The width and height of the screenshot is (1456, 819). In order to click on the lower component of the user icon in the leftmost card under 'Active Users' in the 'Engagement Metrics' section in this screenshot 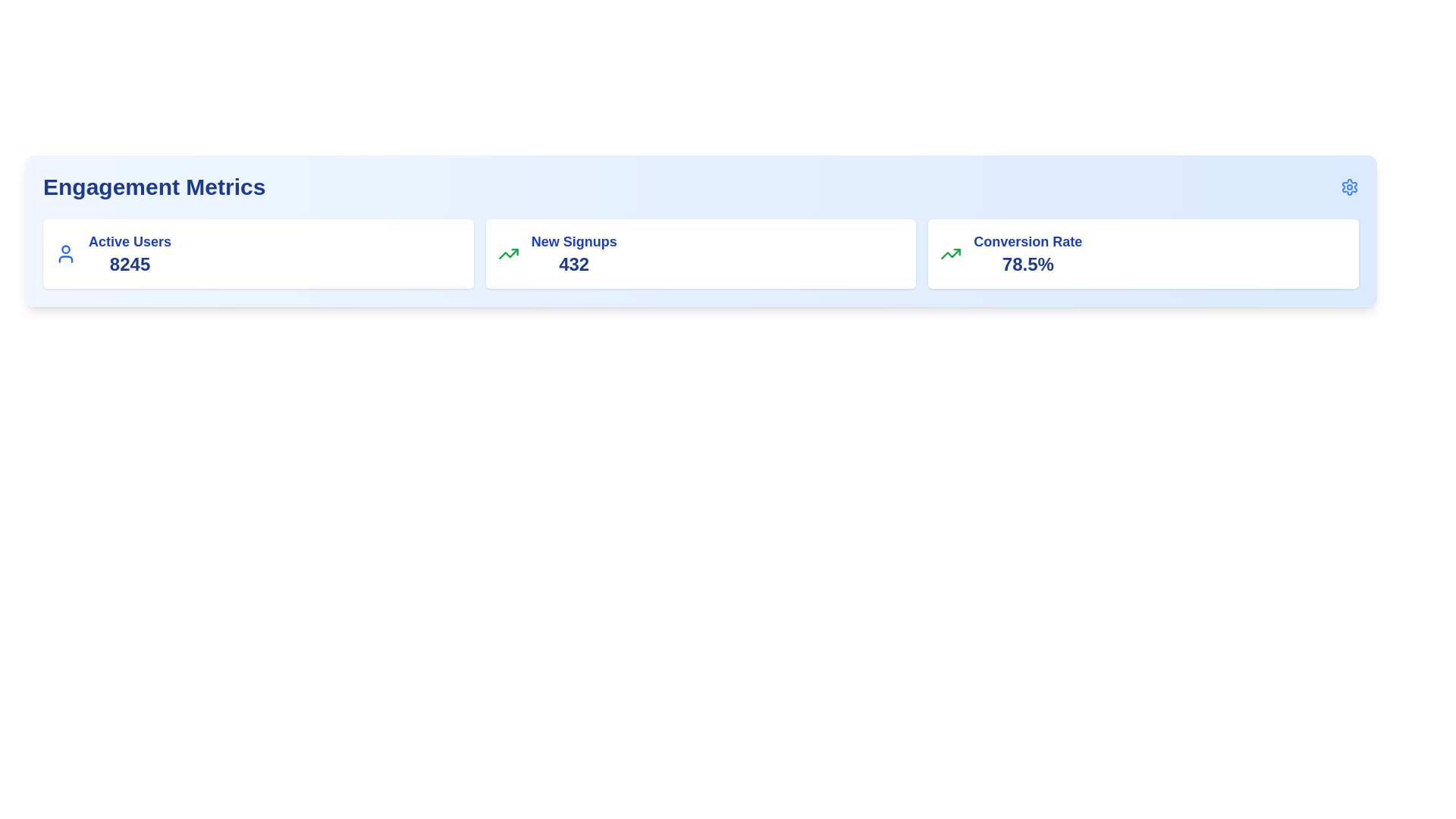, I will do `click(64, 259)`.